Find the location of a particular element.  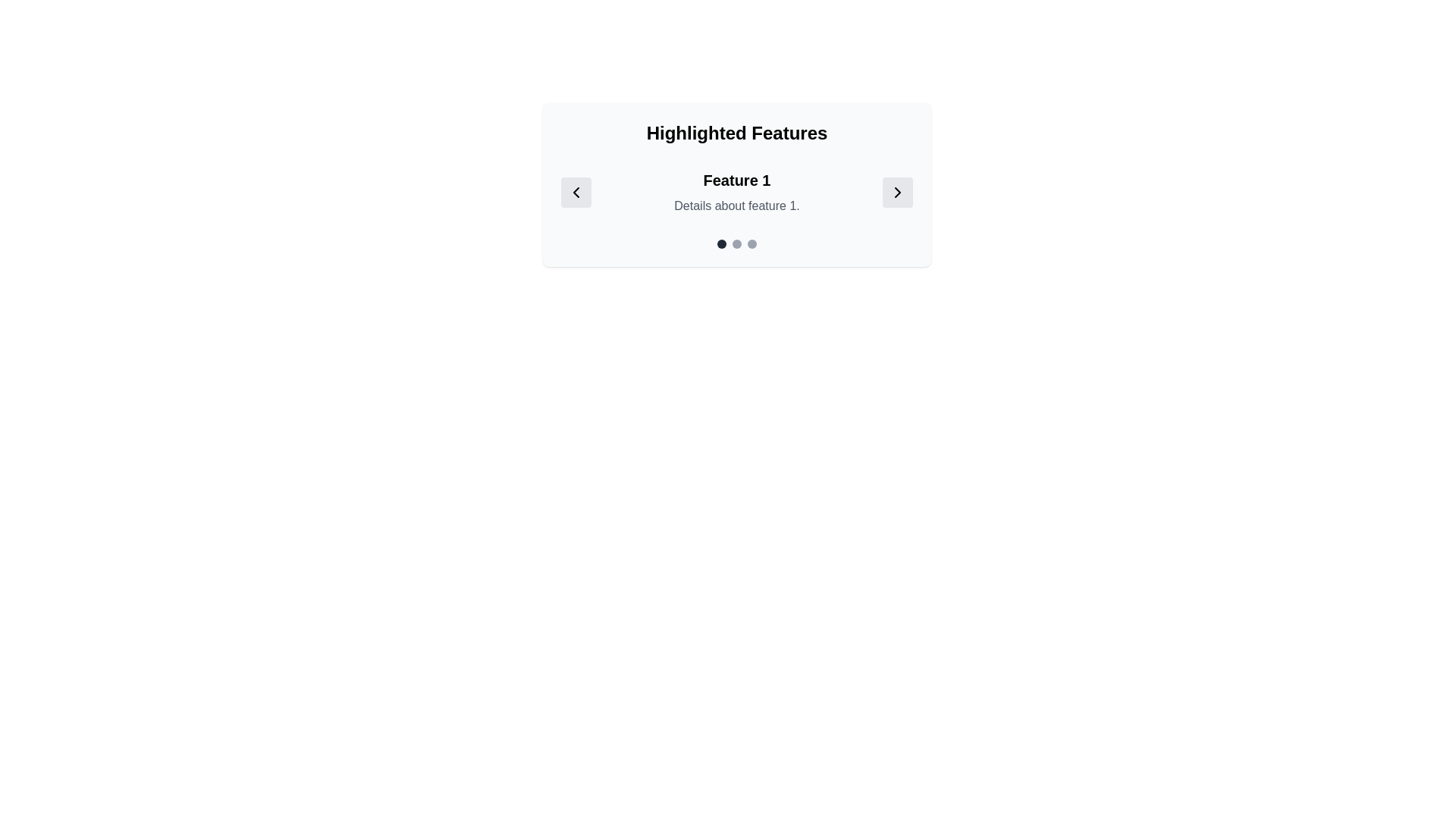

the navigation button located on the left side of the content pane titled 'Highlighted Features', aligned with the 'Feature 1' description block is located at coordinates (575, 192).